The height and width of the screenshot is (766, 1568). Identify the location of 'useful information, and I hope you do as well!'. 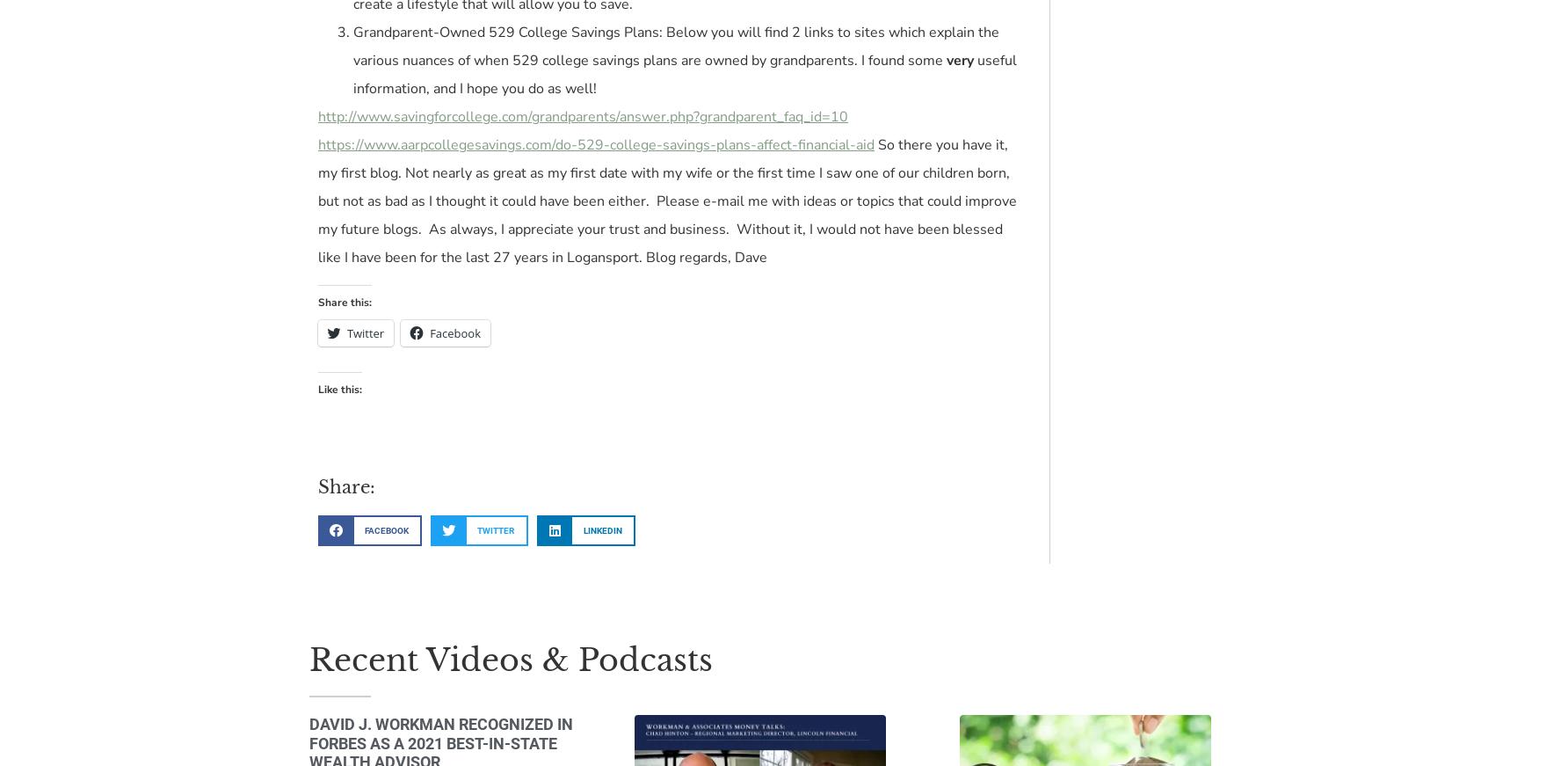
(352, 74).